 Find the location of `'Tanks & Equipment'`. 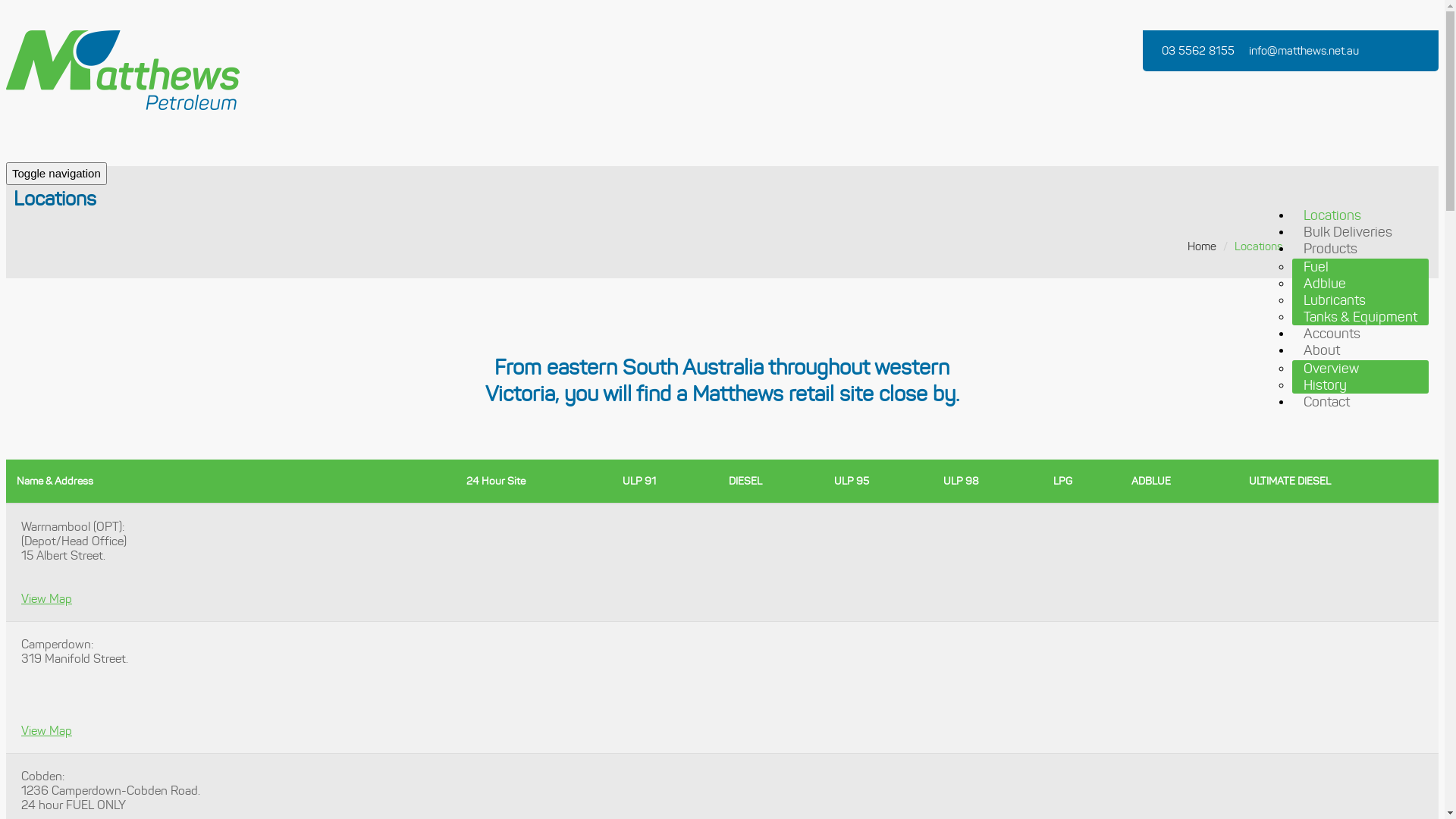

'Tanks & Equipment' is located at coordinates (1360, 315).